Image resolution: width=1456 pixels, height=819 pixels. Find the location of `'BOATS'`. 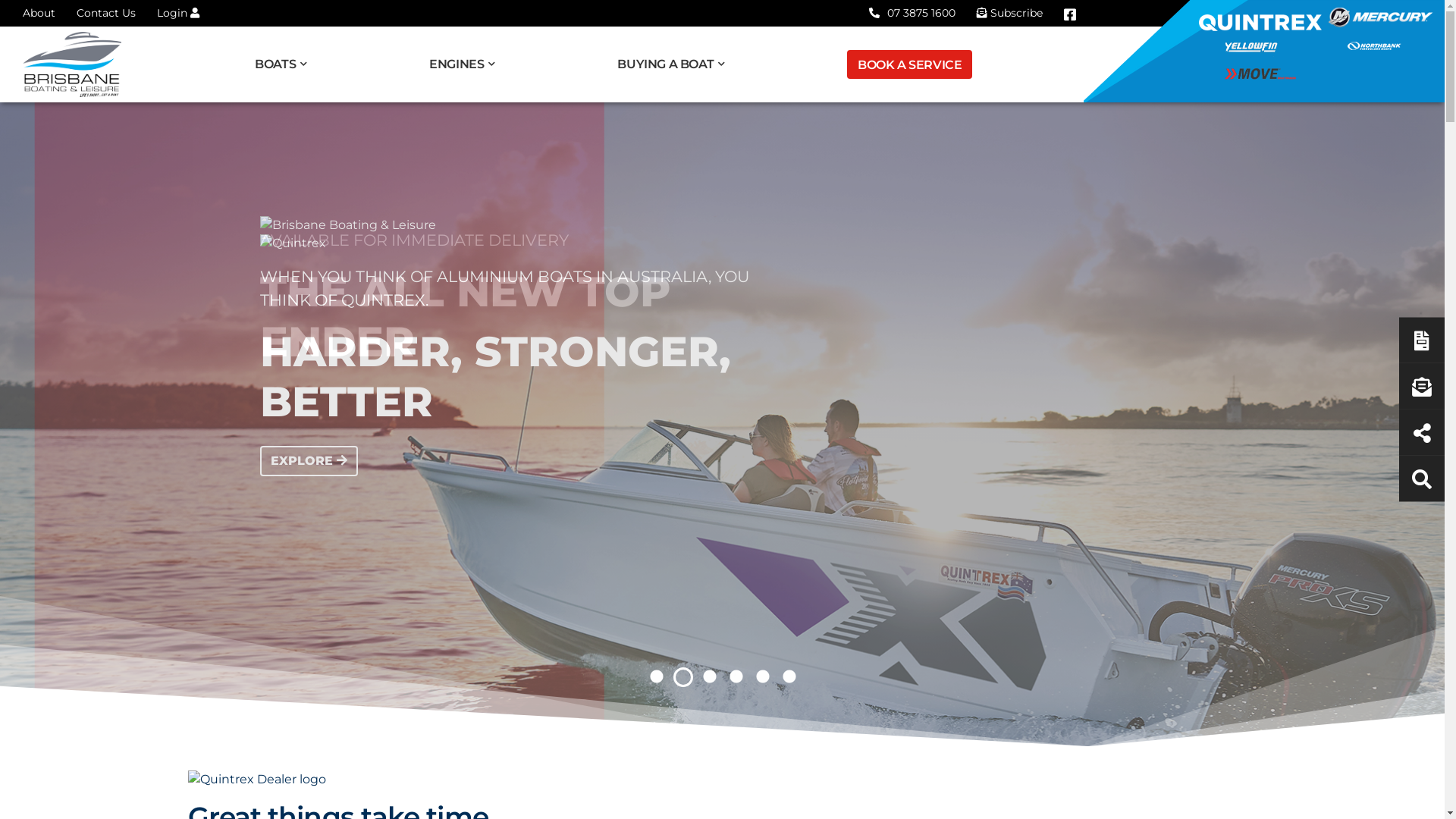

'BOATS' is located at coordinates (287, 63).